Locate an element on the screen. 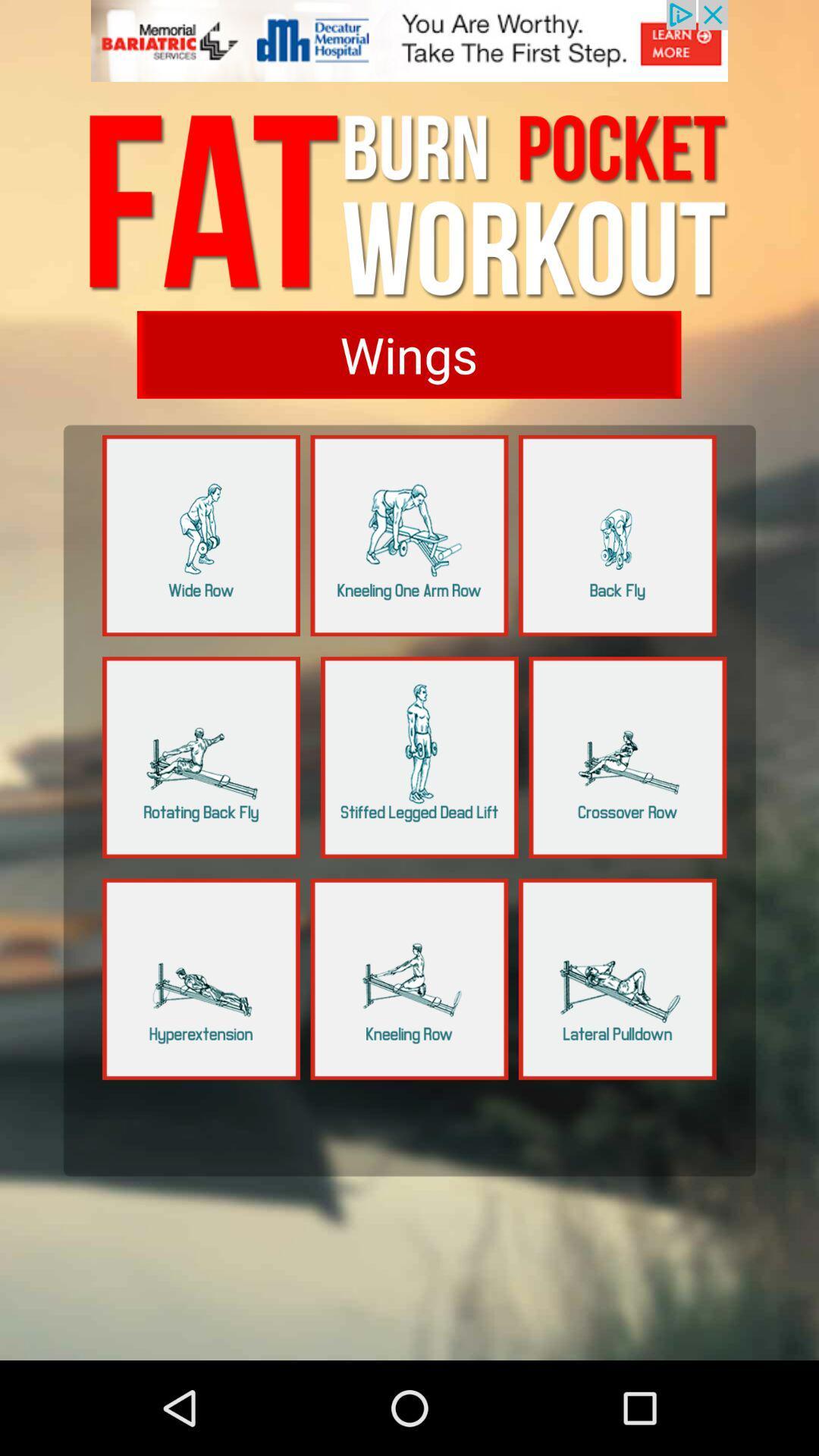 The width and height of the screenshot is (819, 1456). open menu is located at coordinates (617, 979).